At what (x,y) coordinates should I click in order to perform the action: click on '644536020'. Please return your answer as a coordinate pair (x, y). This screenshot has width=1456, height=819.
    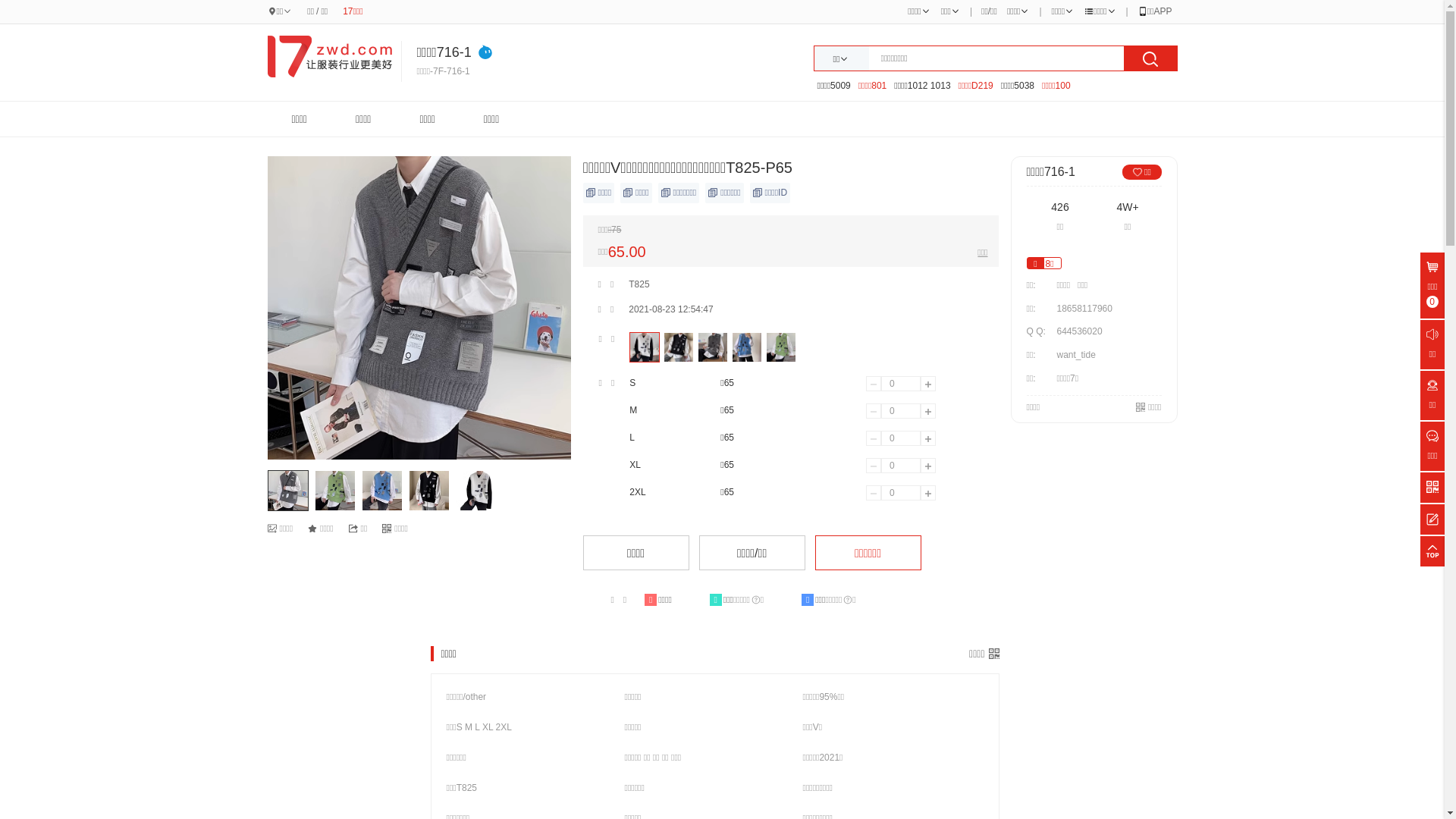
    Looking at the image, I should click on (1078, 330).